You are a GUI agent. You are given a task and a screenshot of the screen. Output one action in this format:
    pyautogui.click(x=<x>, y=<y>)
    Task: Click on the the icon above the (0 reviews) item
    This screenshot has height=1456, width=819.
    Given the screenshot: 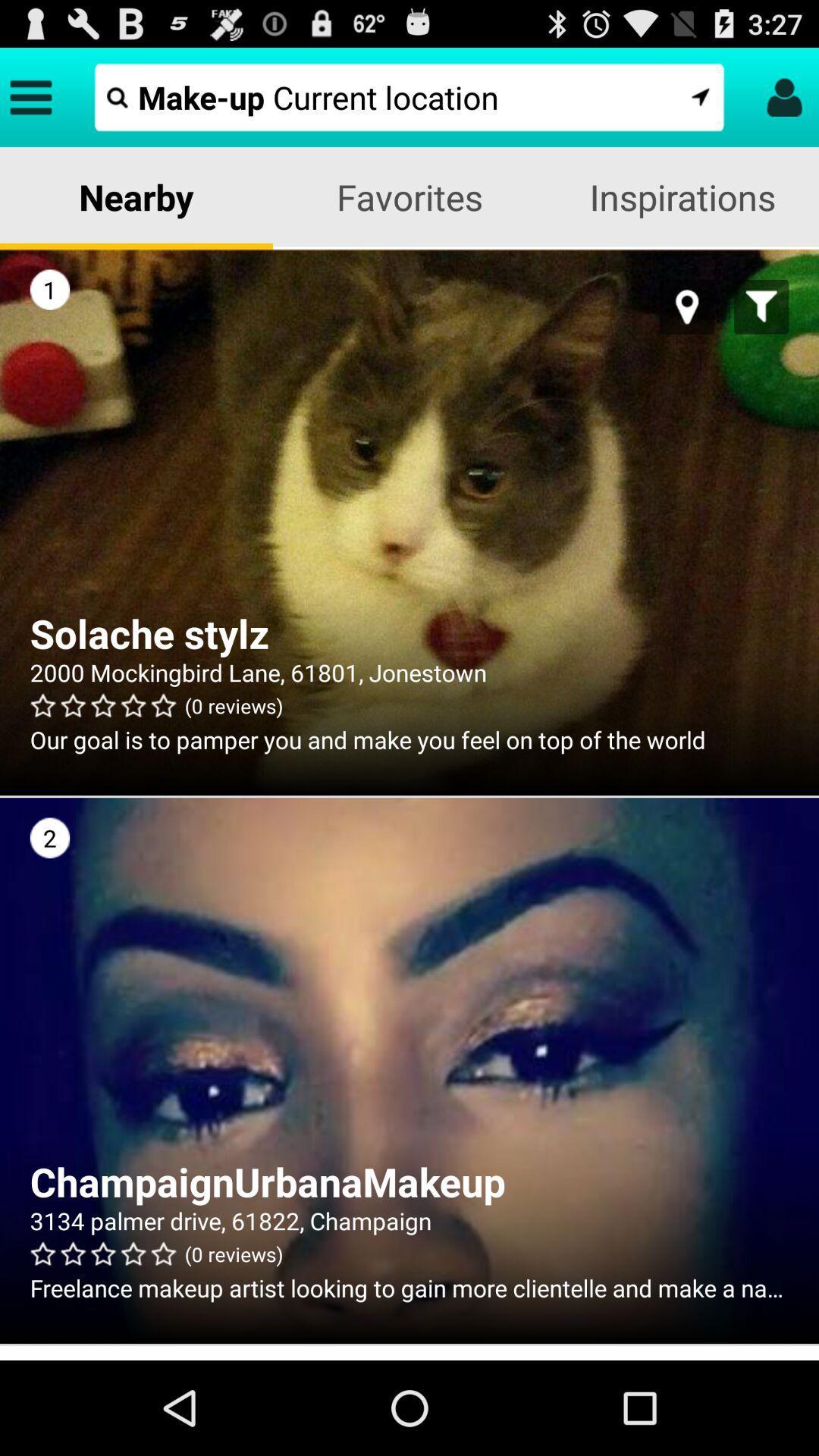 What is the action you would take?
    pyautogui.click(x=409, y=1220)
    